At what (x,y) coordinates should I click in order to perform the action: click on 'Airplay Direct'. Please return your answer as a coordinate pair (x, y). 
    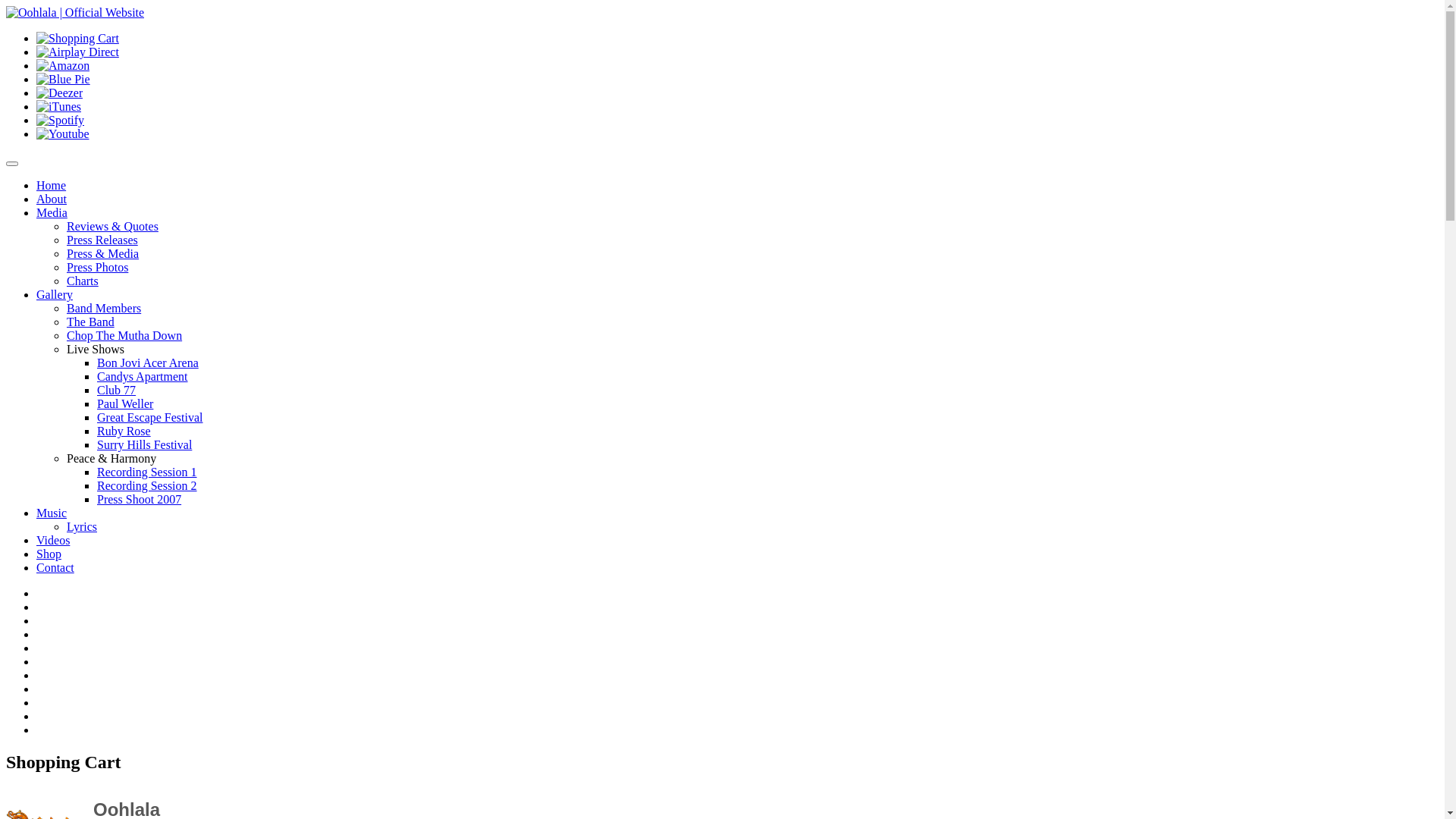
    Looking at the image, I should click on (77, 51).